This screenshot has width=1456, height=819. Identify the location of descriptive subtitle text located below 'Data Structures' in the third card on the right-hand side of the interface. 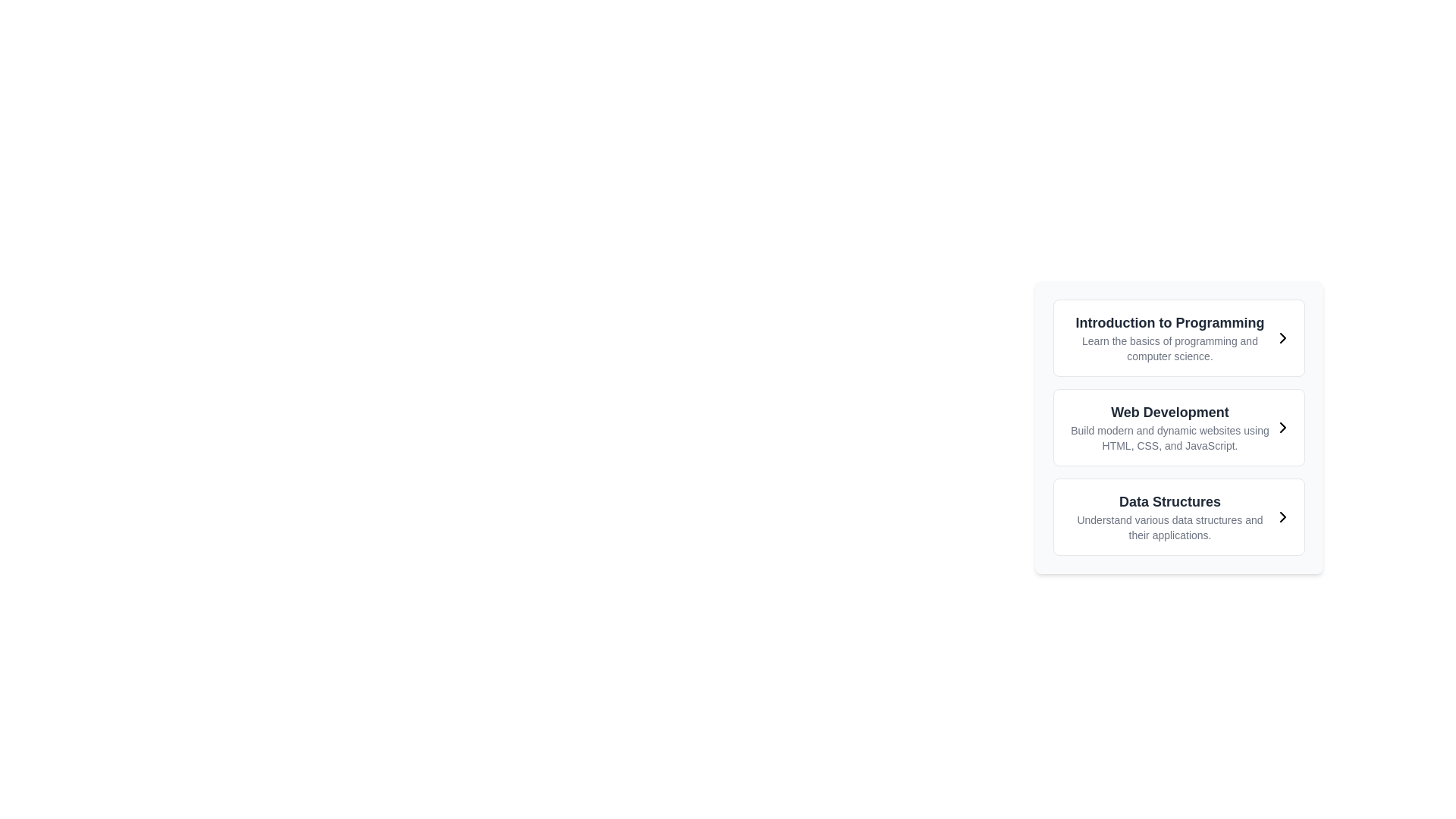
(1169, 526).